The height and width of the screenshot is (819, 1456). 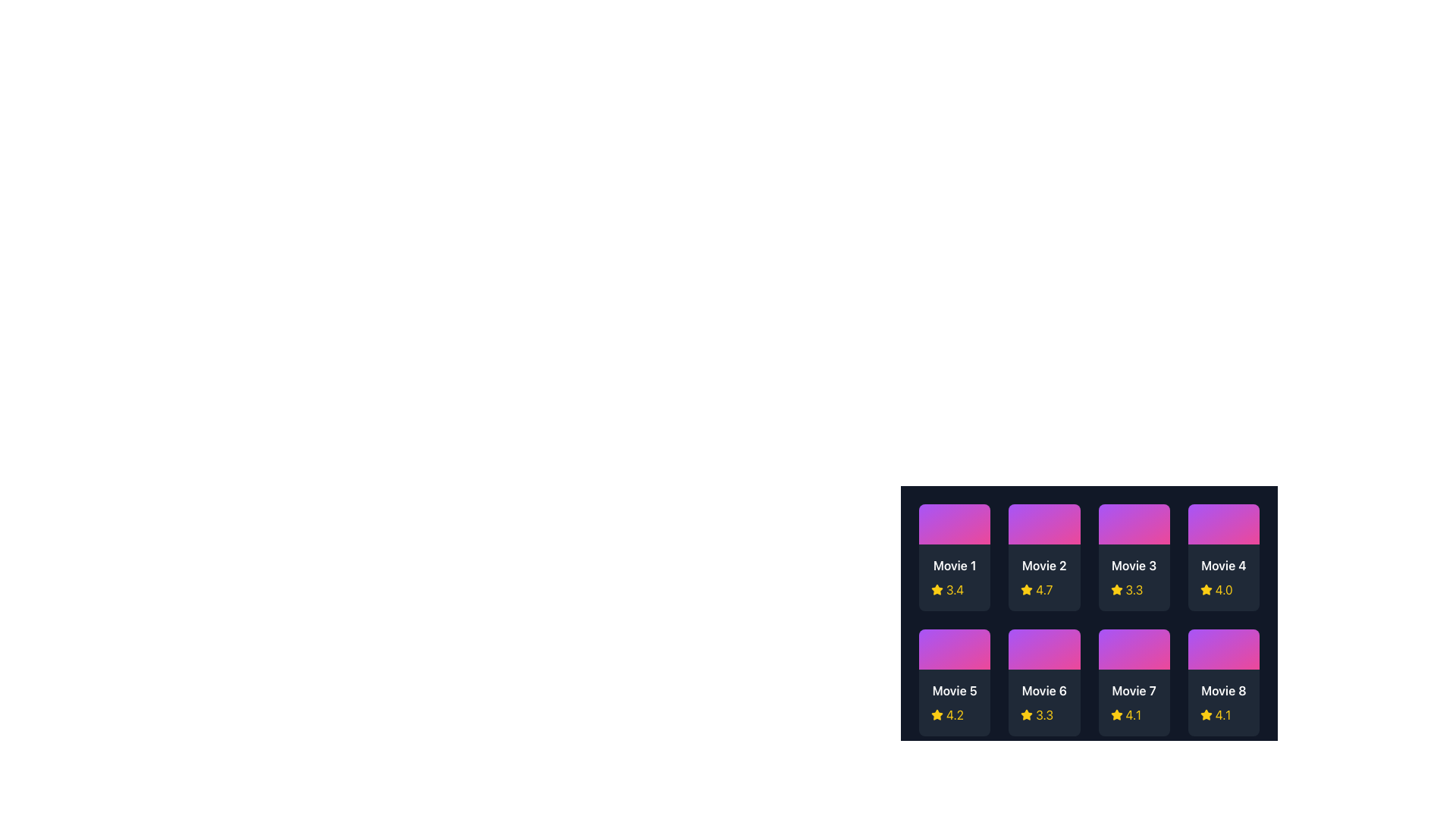 I want to click on the yellow star-shaped icon indicating the rating value for 'Movie 3', located below the movie title and to the left of the rating value '3.3', so click(x=1116, y=589).